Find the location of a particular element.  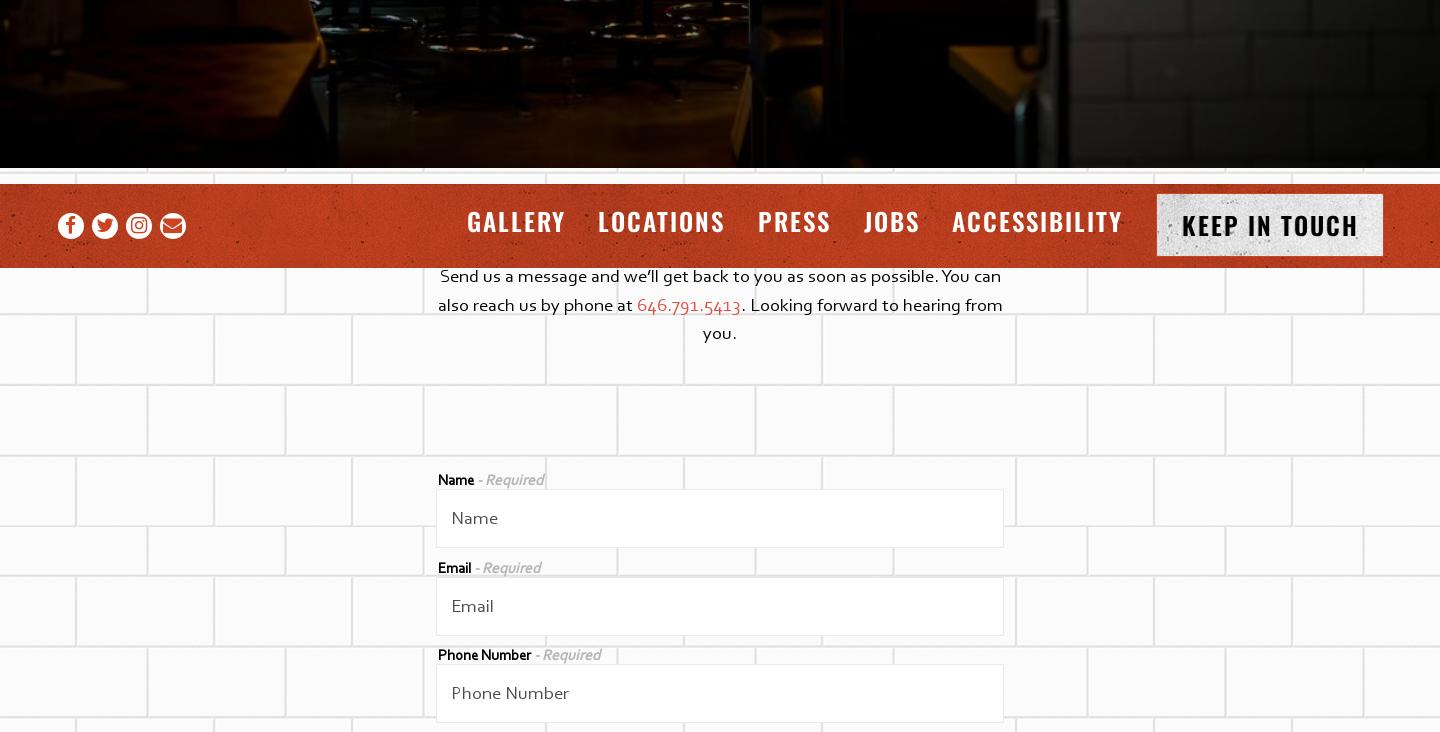

'Press' is located at coordinates (793, 219).